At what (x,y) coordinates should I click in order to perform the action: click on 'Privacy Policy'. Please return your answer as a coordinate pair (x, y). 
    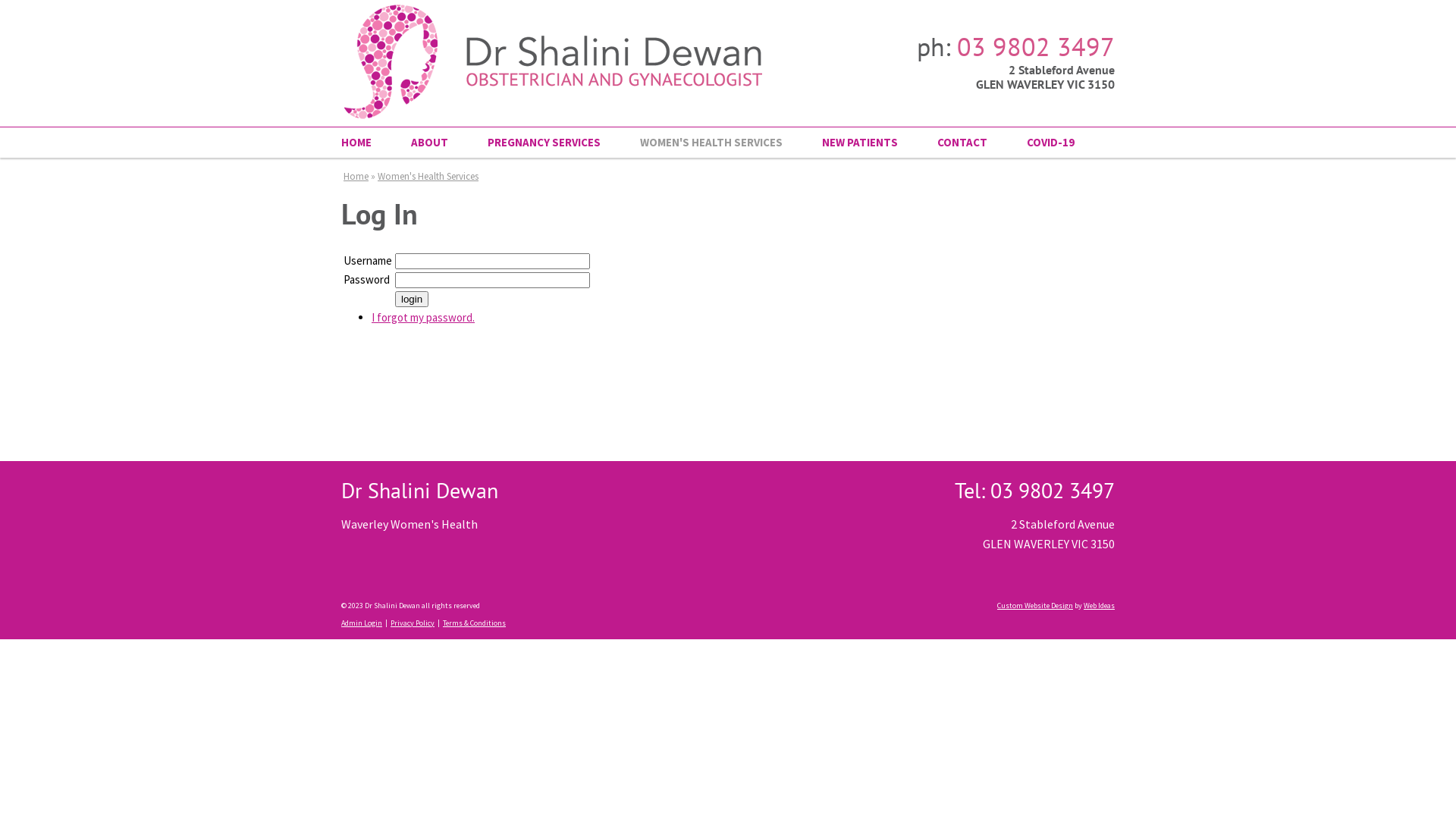
    Looking at the image, I should click on (390, 623).